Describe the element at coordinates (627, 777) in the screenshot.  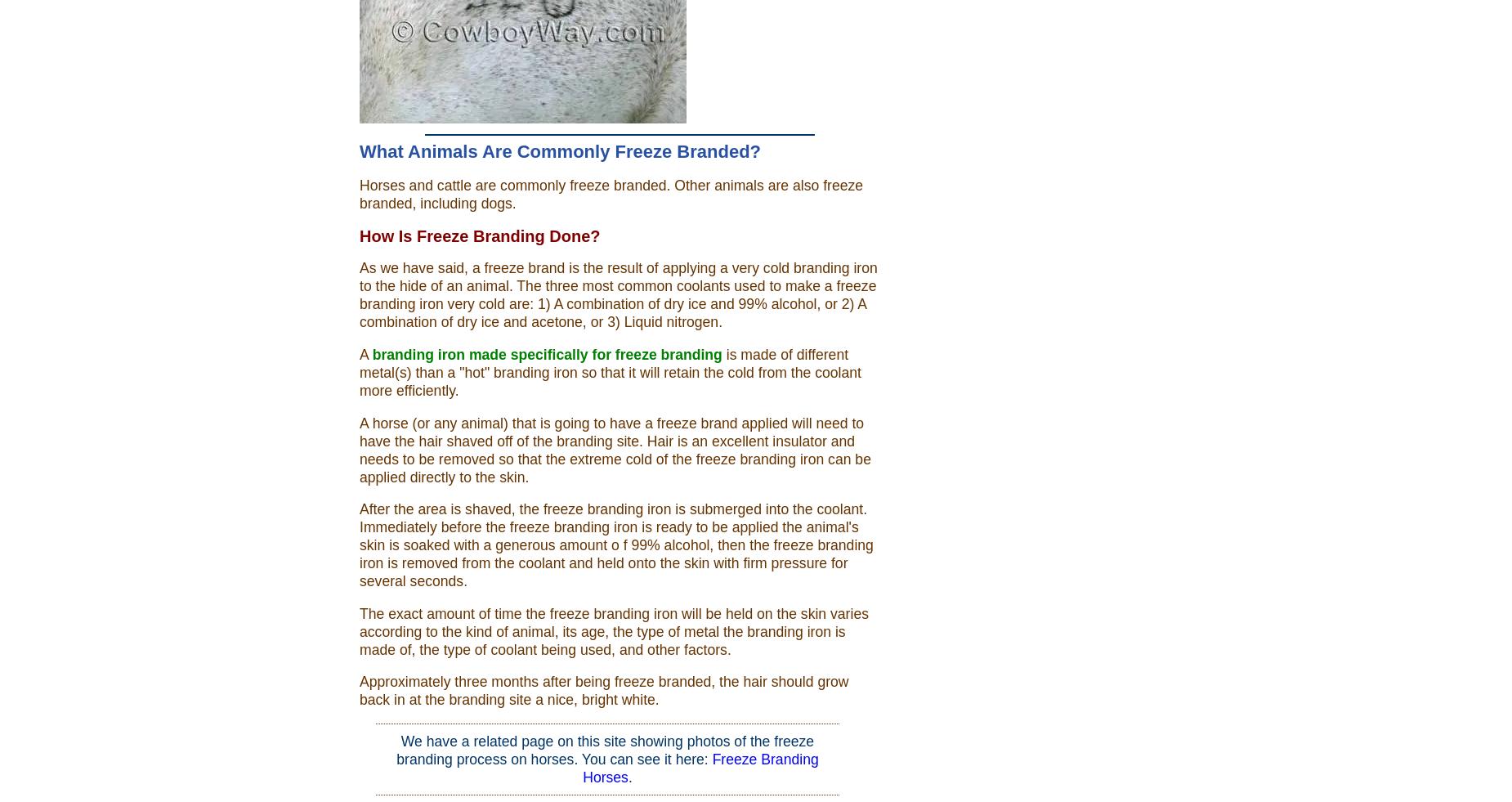
I see `'.'` at that location.